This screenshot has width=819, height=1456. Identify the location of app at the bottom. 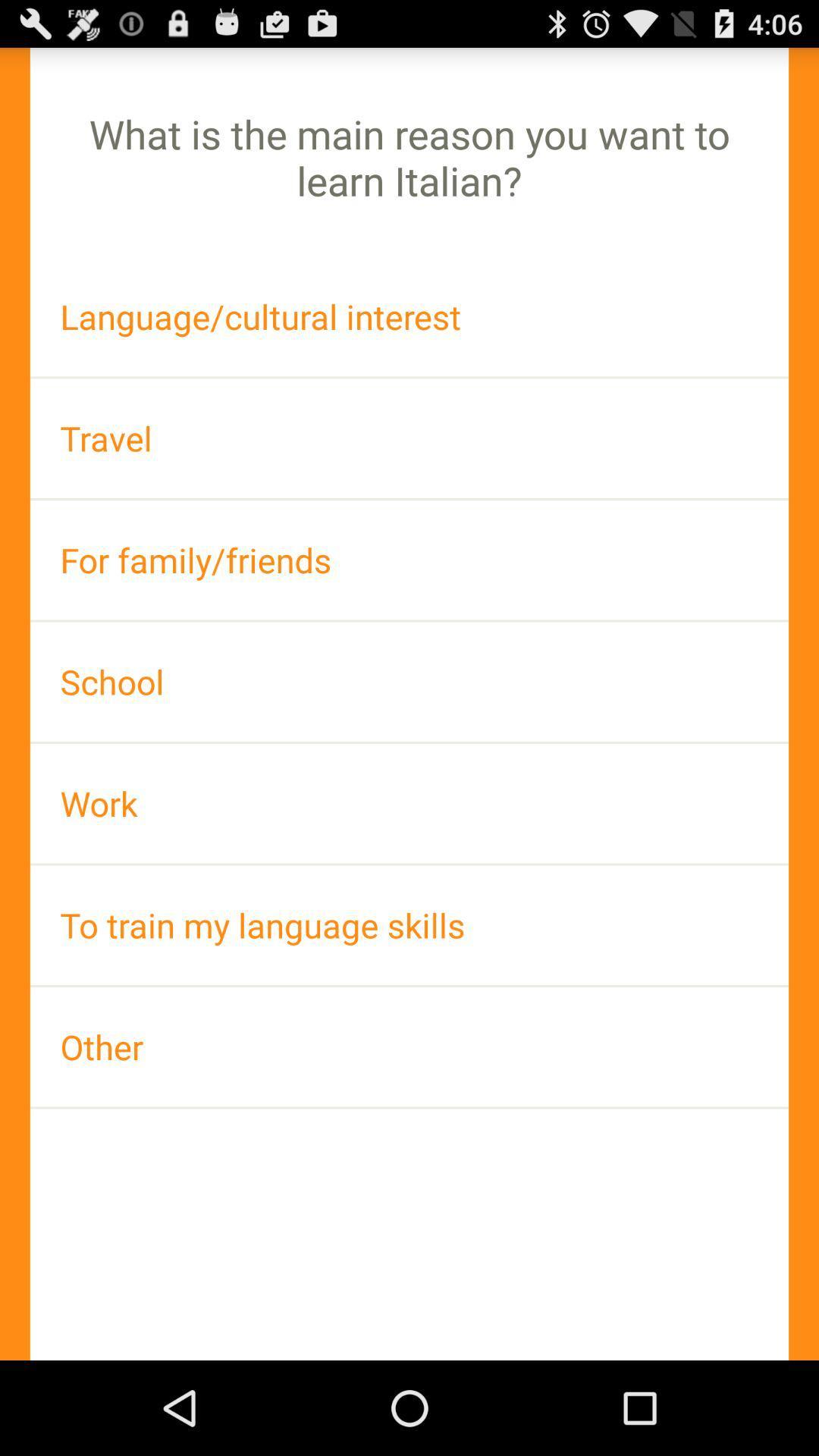
(409, 1046).